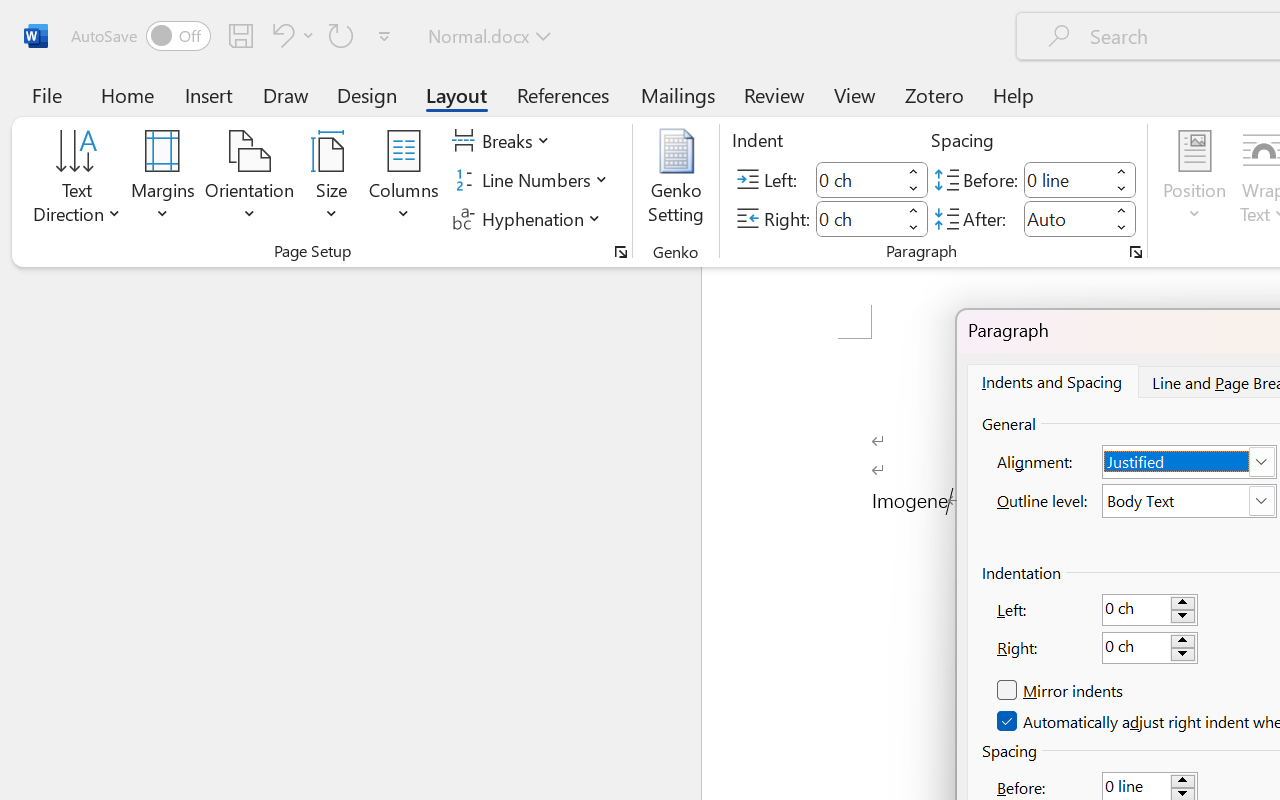 The image size is (1280, 800). I want to click on 'Help', so click(1013, 94).